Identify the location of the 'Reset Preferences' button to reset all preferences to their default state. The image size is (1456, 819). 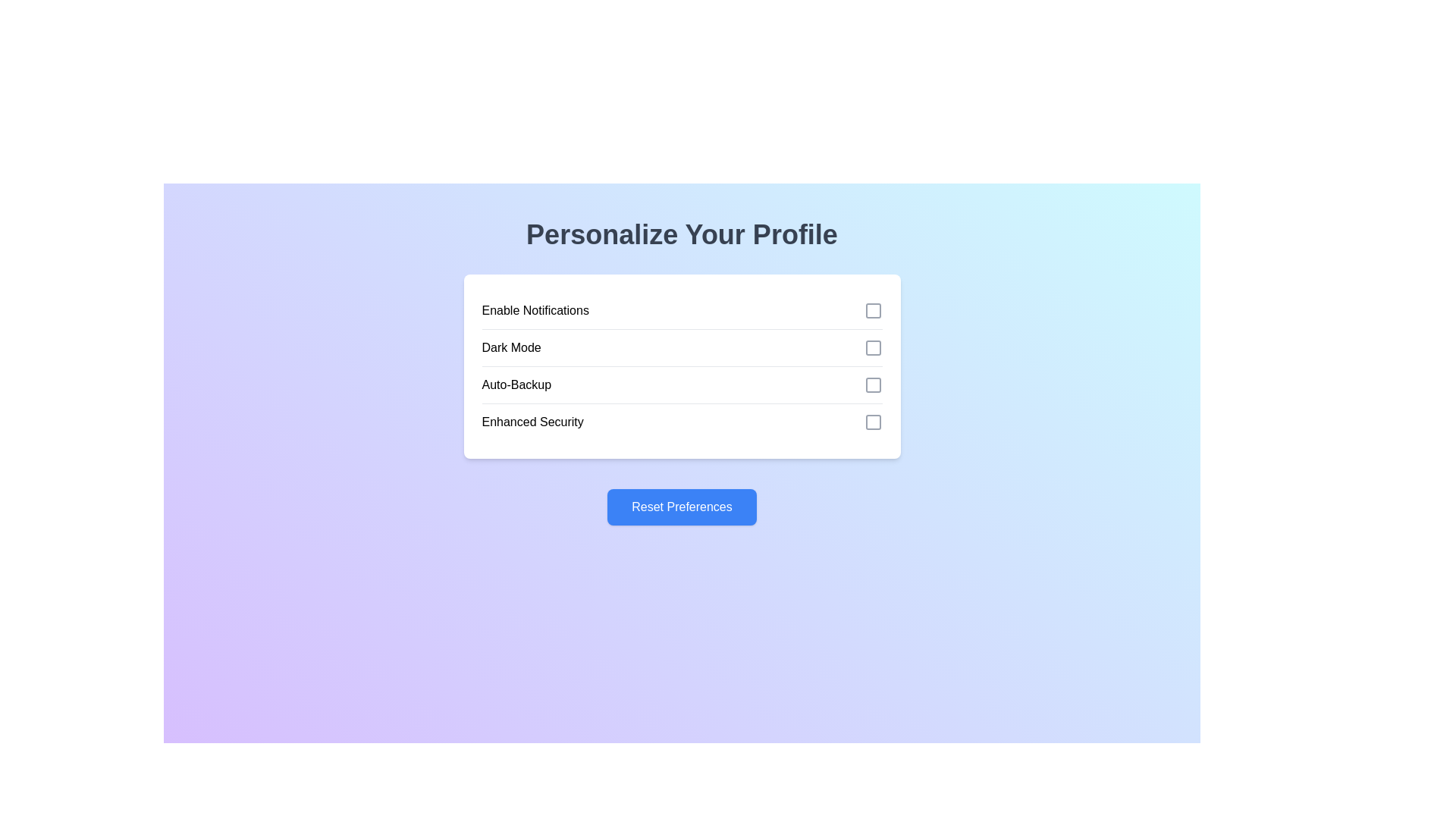
(681, 507).